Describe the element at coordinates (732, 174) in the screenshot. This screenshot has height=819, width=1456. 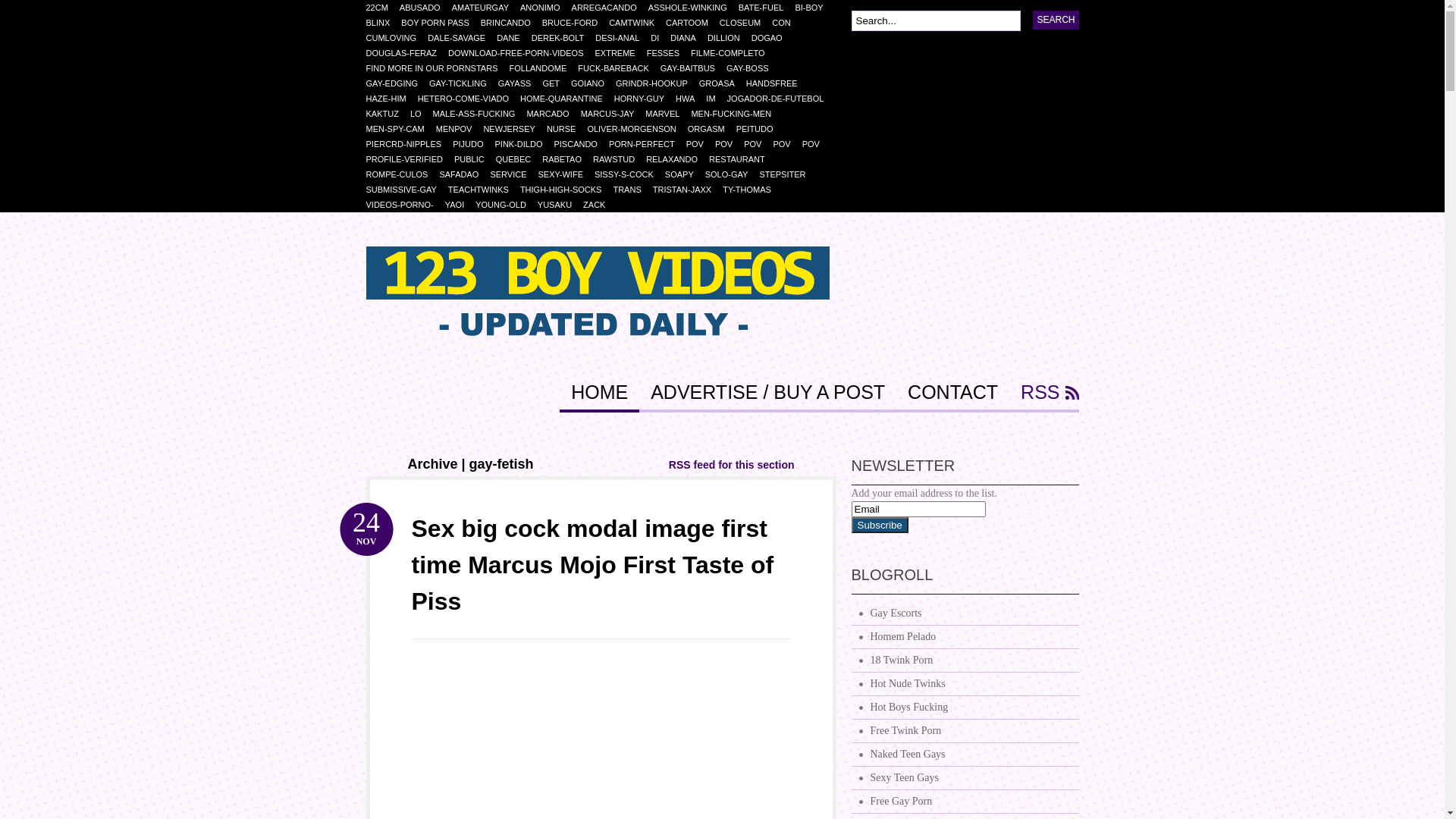
I see `'SOLO-GAY'` at that location.